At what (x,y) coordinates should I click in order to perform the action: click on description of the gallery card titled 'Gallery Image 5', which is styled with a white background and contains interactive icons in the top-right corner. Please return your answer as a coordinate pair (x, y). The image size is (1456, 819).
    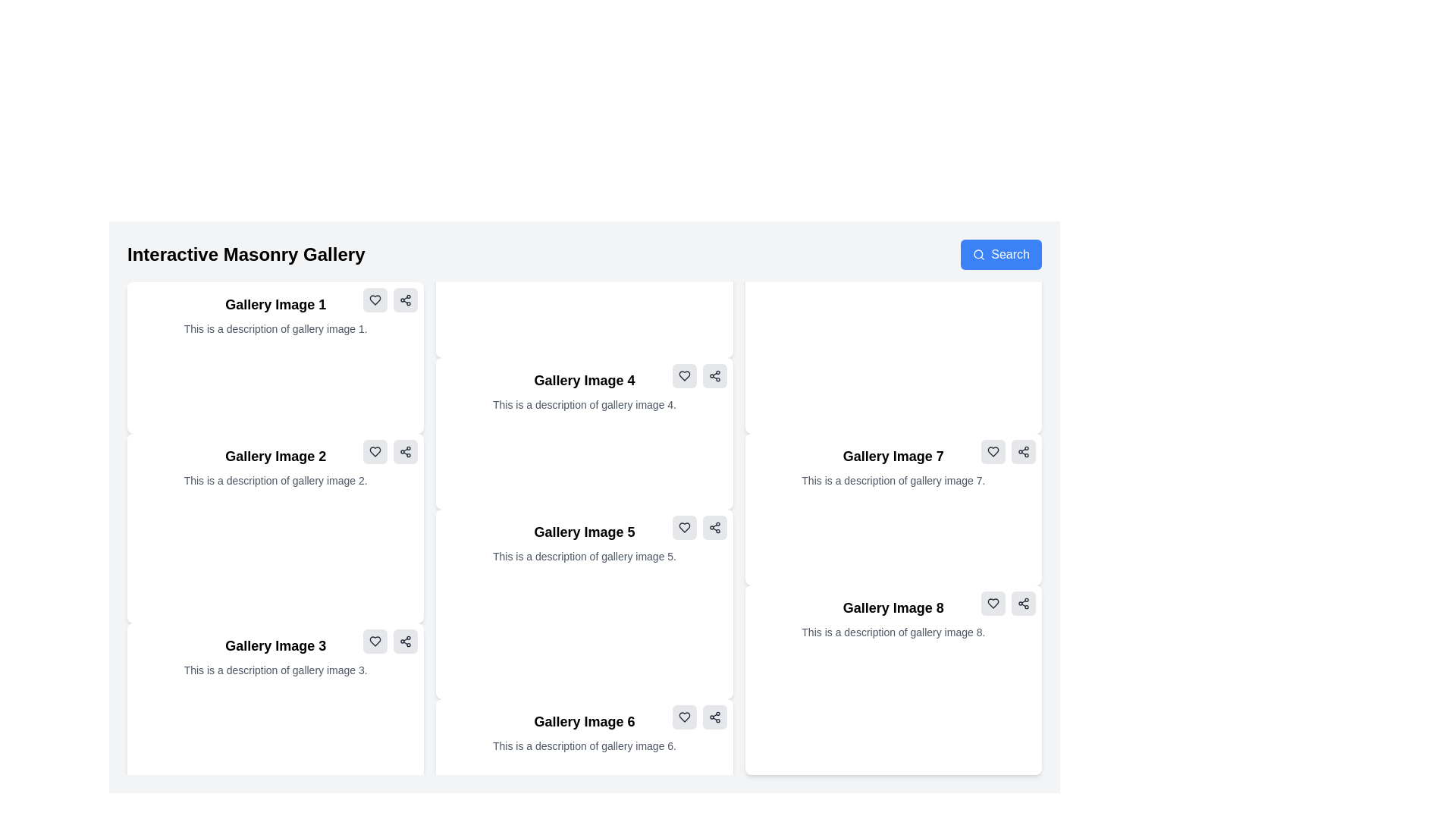
    Looking at the image, I should click on (584, 604).